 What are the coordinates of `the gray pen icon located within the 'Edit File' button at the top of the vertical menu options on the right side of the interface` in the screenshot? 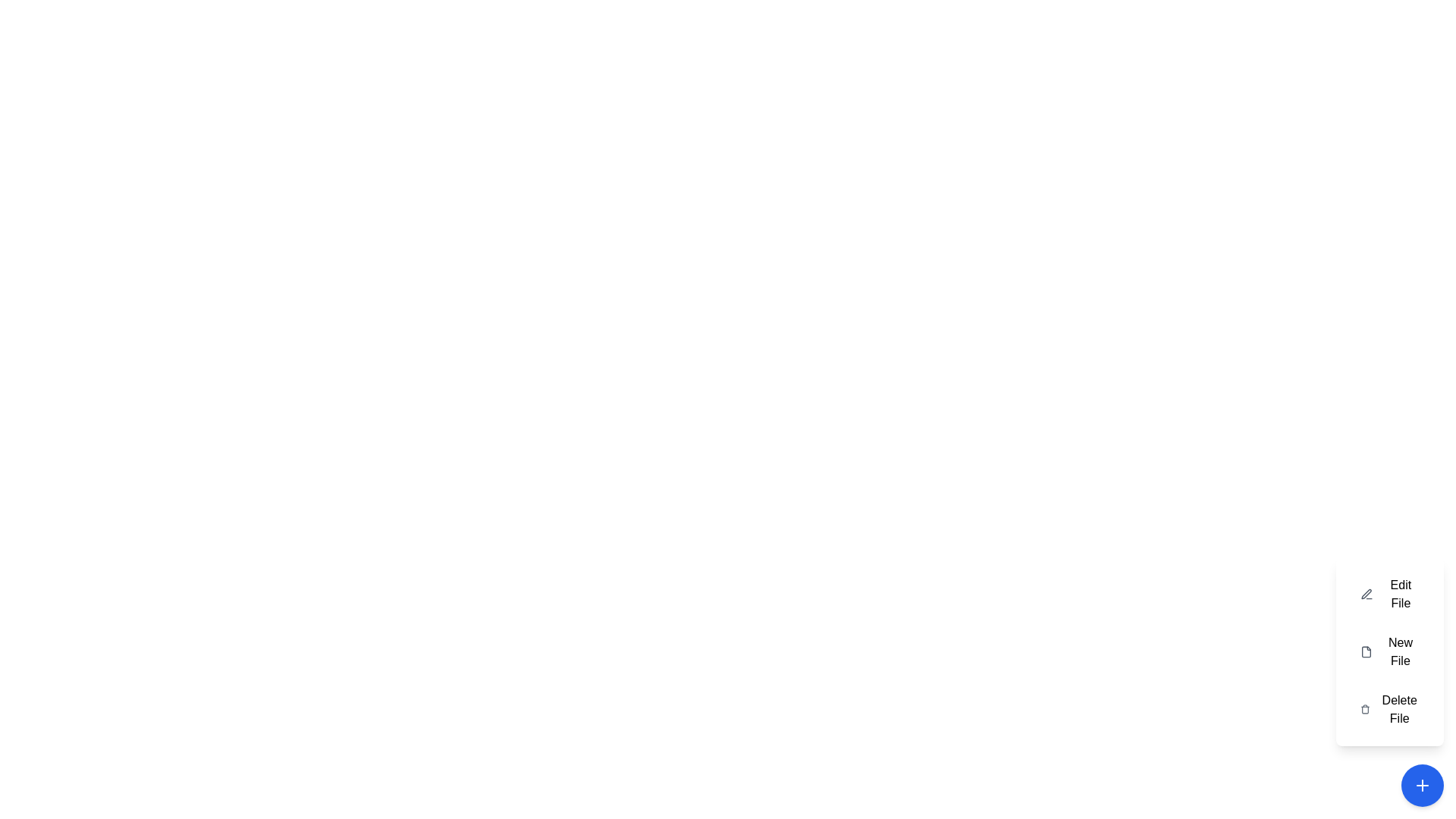 It's located at (1367, 593).